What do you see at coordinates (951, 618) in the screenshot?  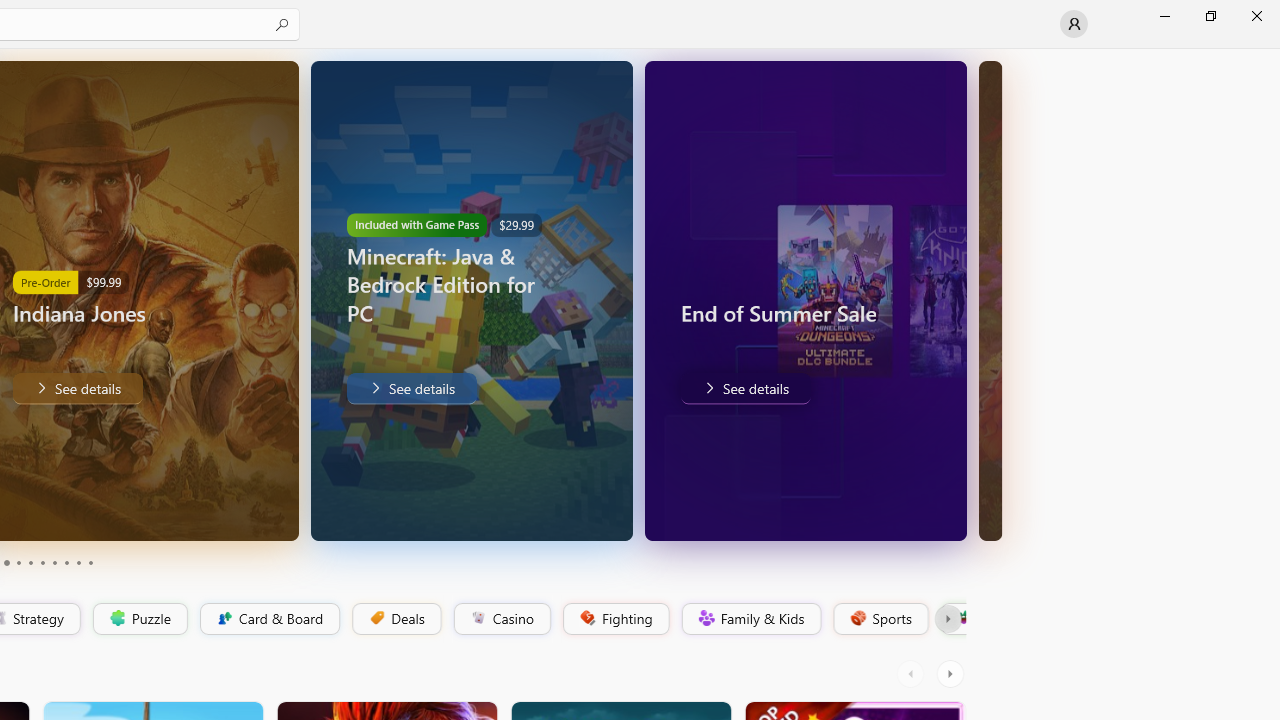 I see `'Platformer'` at bounding box center [951, 618].